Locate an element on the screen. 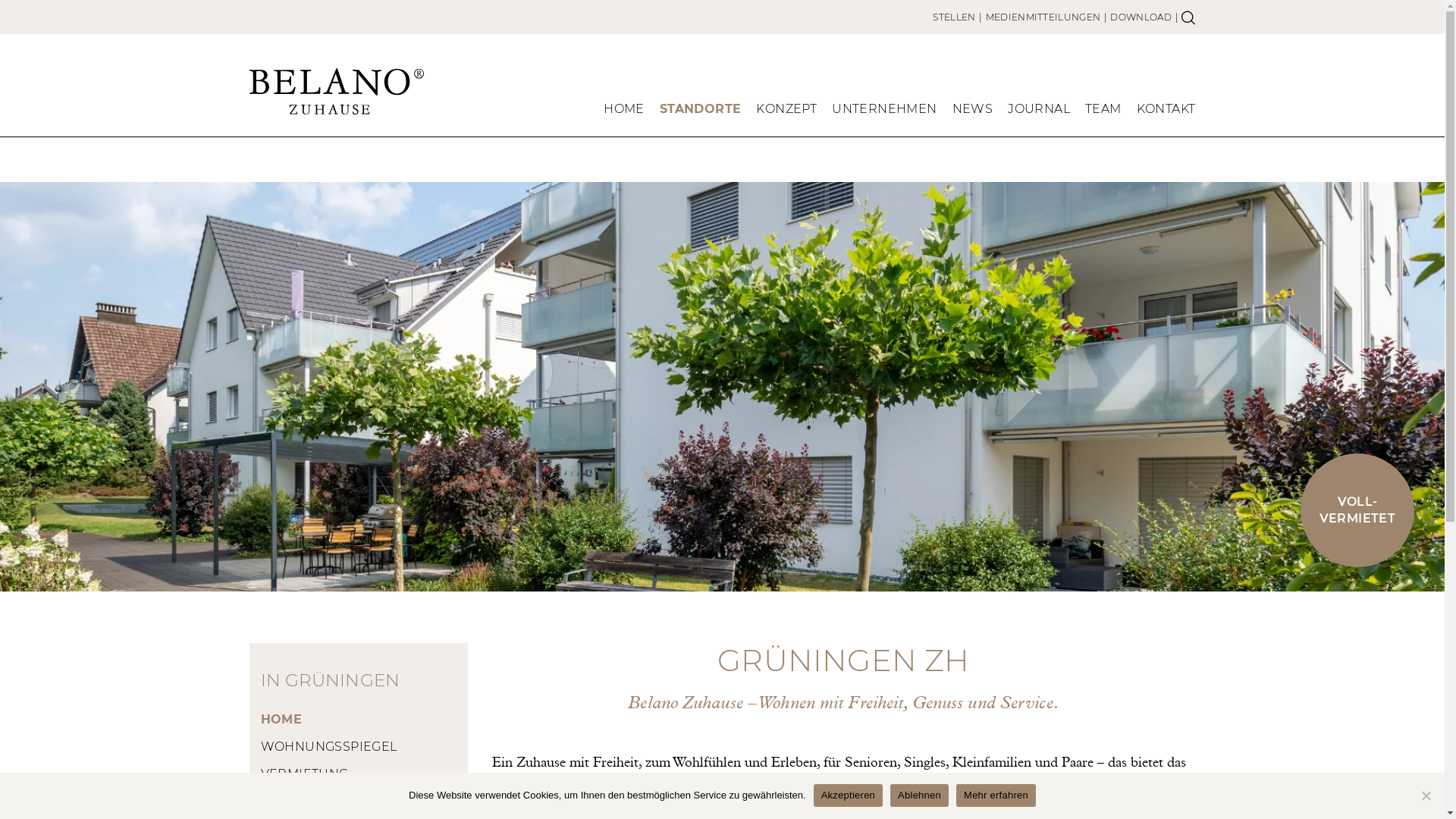 The image size is (1456, 819). 'WOHNUNGSSPIEGEL' is located at coordinates (358, 745).